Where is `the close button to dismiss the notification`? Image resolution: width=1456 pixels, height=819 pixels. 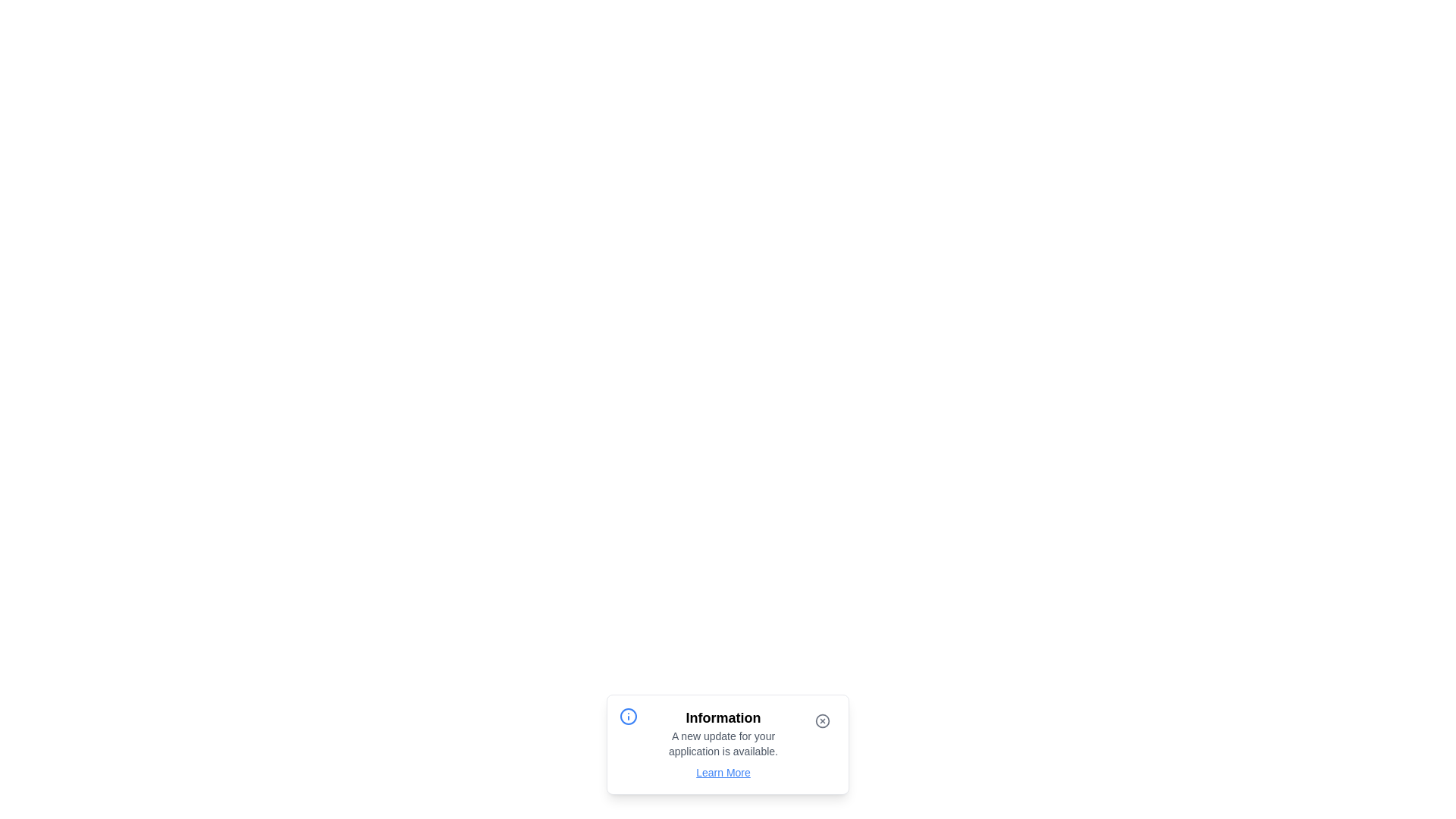 the close button to dismiss the notification is located at coordinates (821, 720).